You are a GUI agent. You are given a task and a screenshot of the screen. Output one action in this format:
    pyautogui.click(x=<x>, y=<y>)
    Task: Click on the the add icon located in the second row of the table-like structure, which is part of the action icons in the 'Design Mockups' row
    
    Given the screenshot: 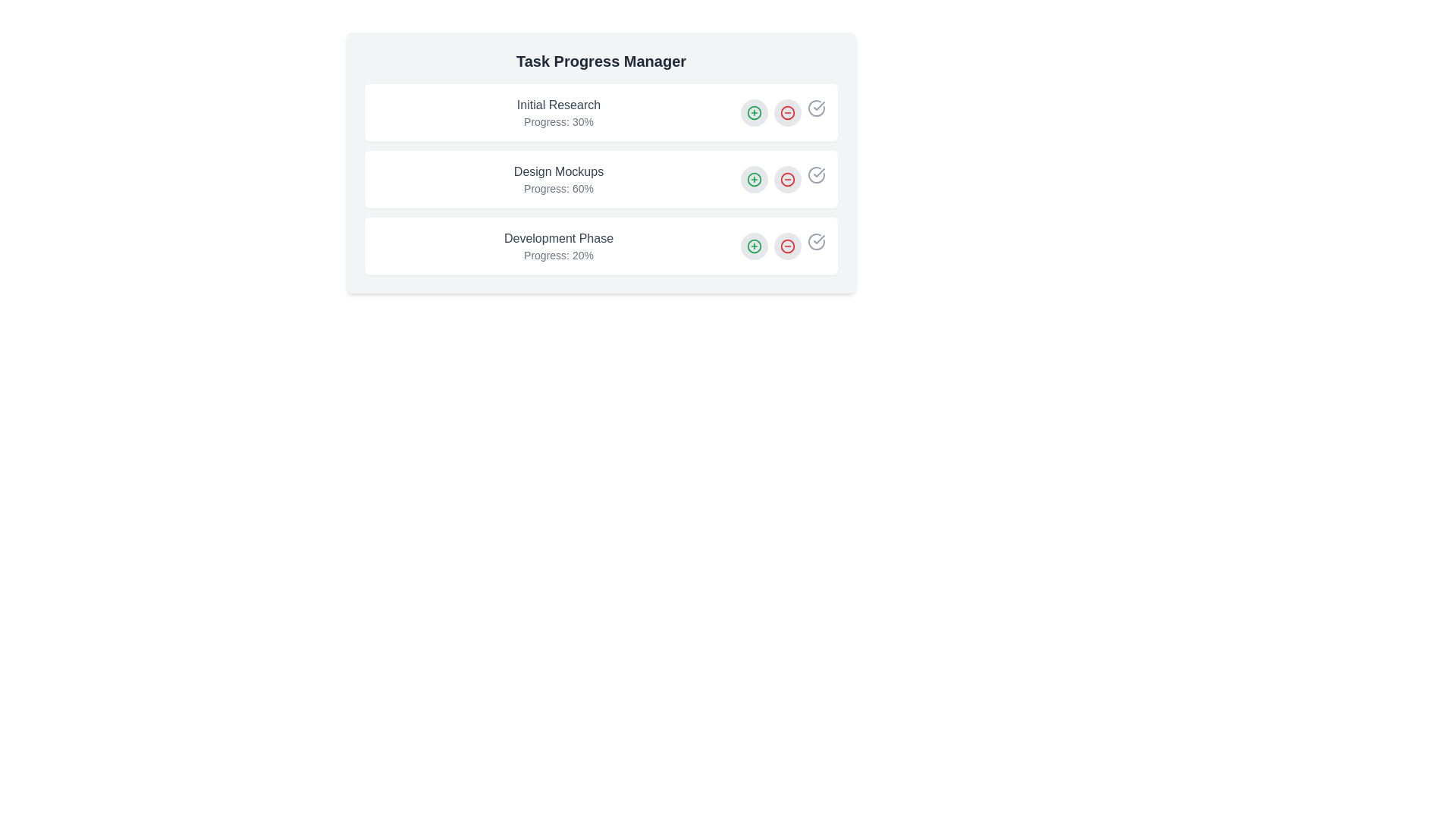 What is the action you would take?
    pyautogui.click(x=754, y=112)
    